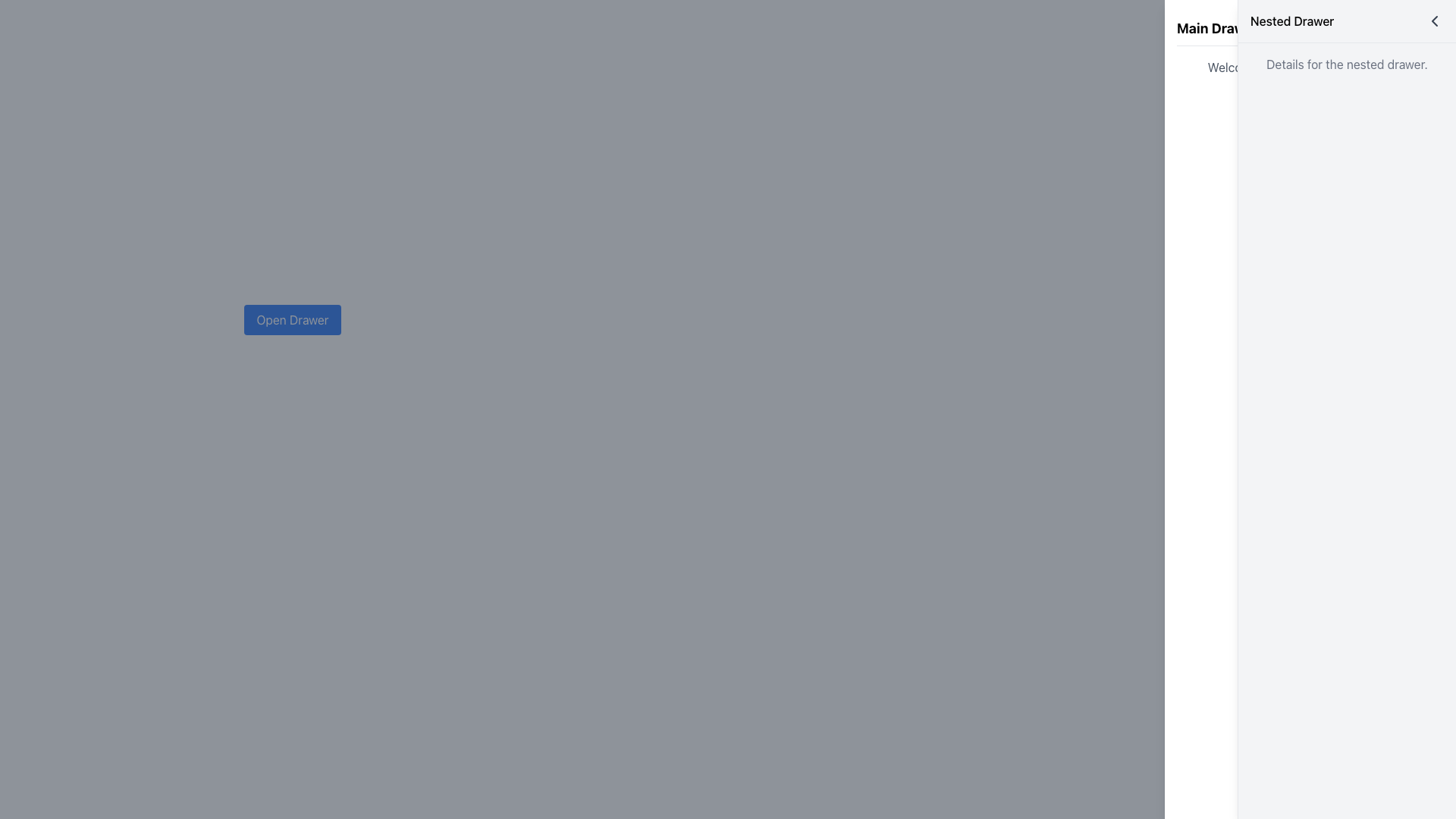 The height and width of the screenshot is (819, 1456). What do you see at coordinates (1291, 20) in the screenshot?
I see `the text label 'Nested Drawer', which is styled with a medium-sized bold font and has a black font color, located in the header of a side drawer interface` at bounding box center [1291, 20].